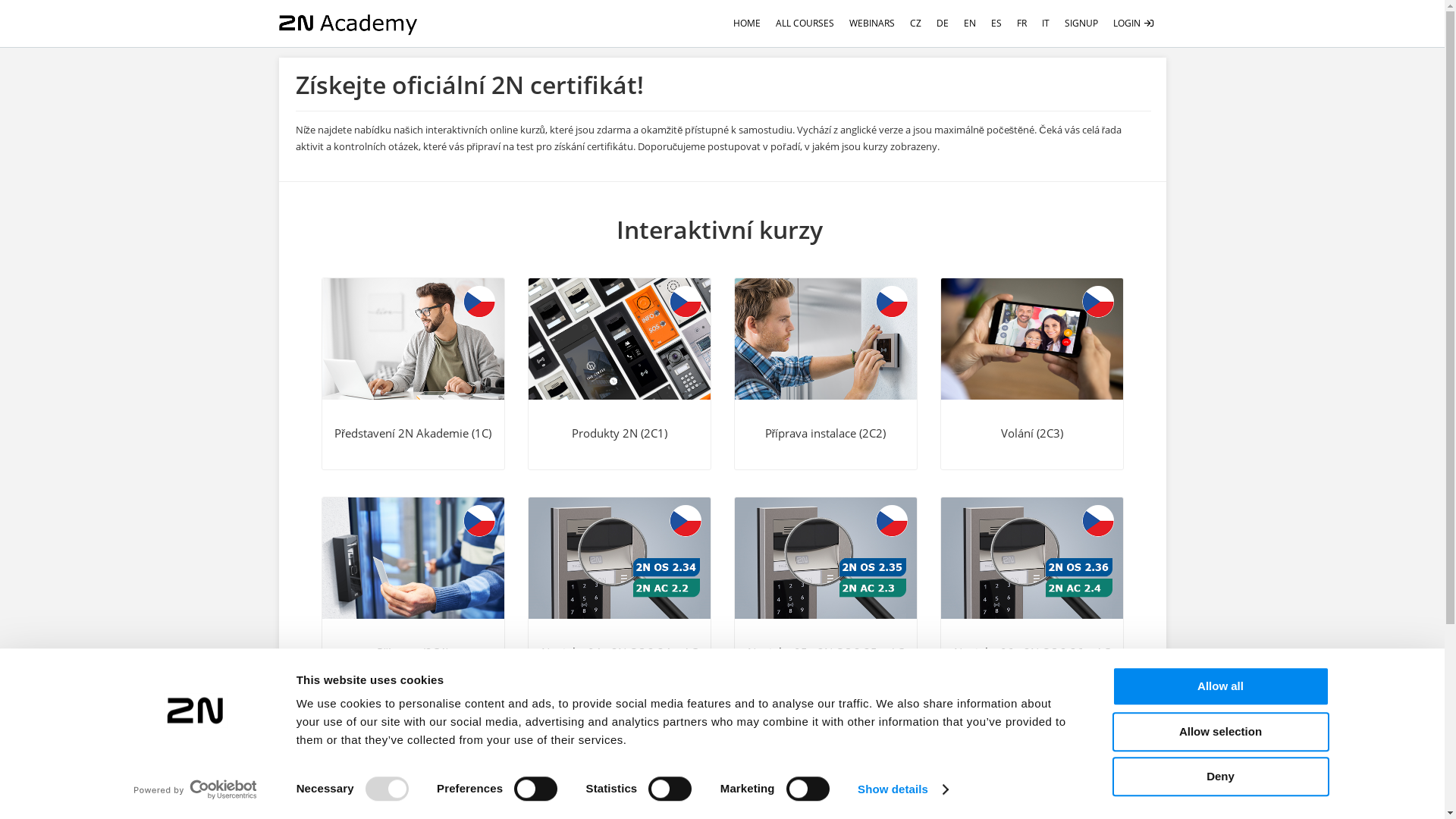  What do you see at coordinates (872, 23) in the screenshot?
I see `'WEBINARS'` at bounding box center [872, 23].